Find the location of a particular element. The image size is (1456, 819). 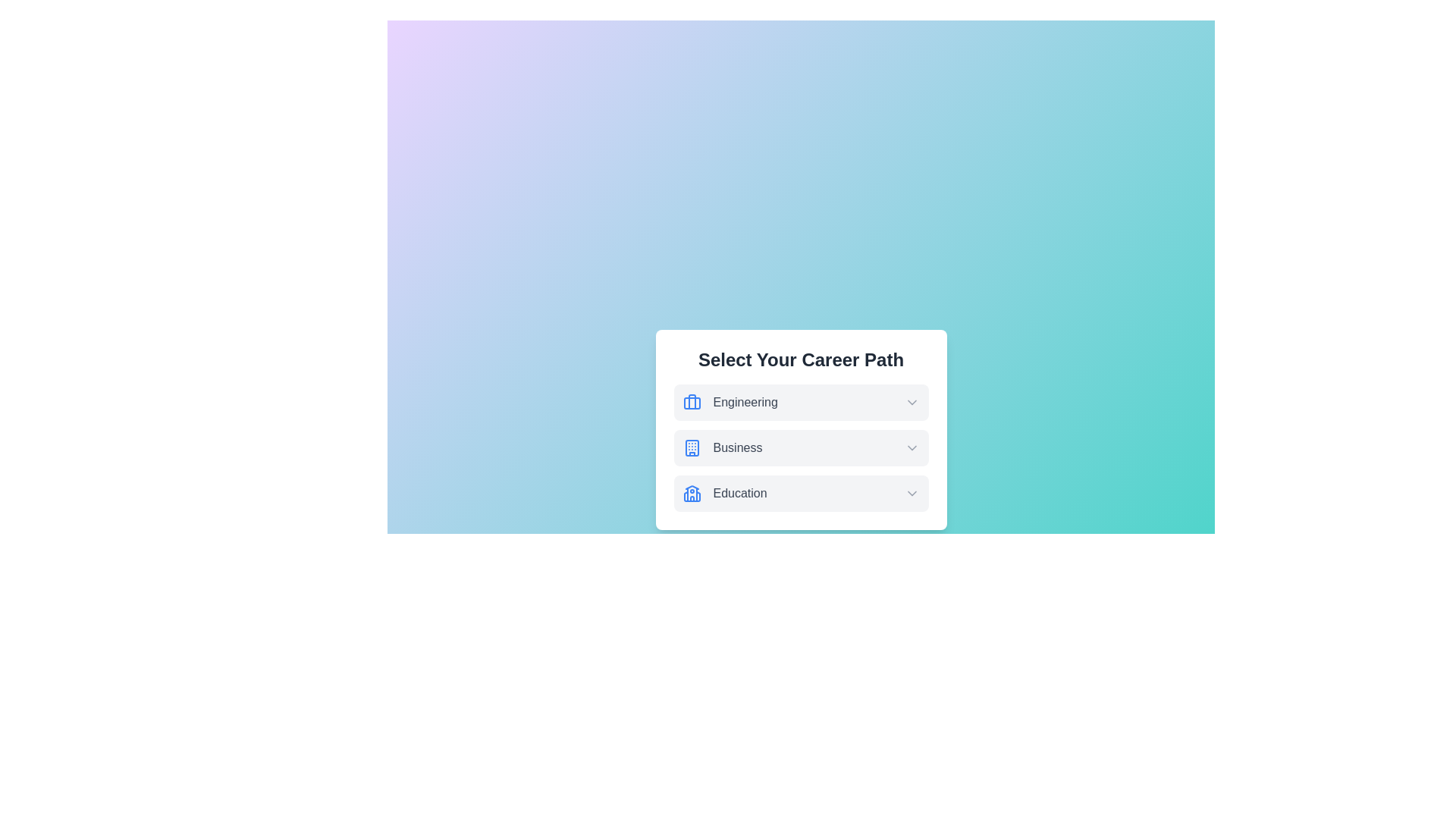

the background to dismiss the dialog is located at coordinates (75, 76).